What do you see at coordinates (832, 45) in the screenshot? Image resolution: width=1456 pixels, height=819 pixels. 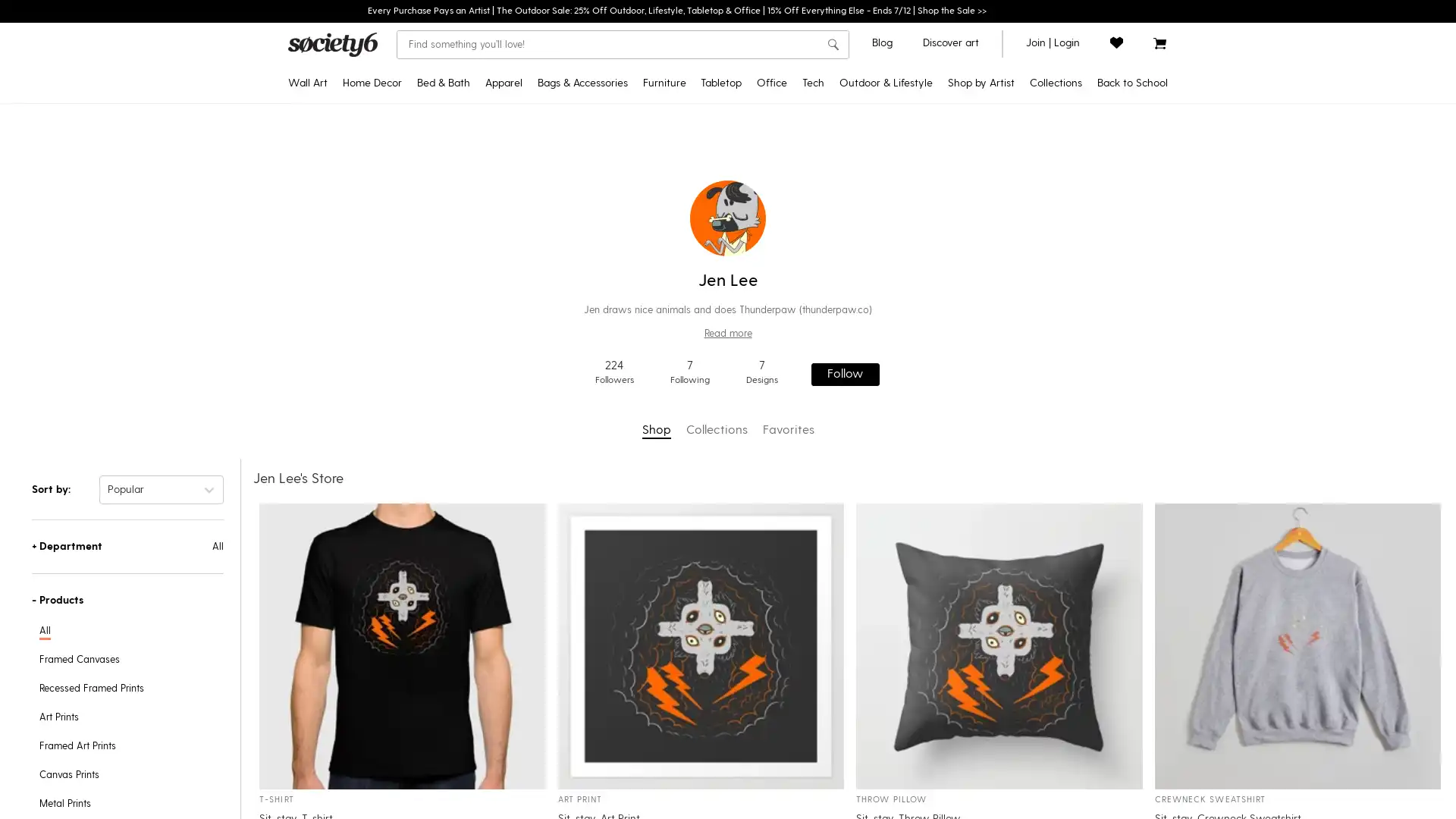 I see `search button` at bounding box center [832, 45].